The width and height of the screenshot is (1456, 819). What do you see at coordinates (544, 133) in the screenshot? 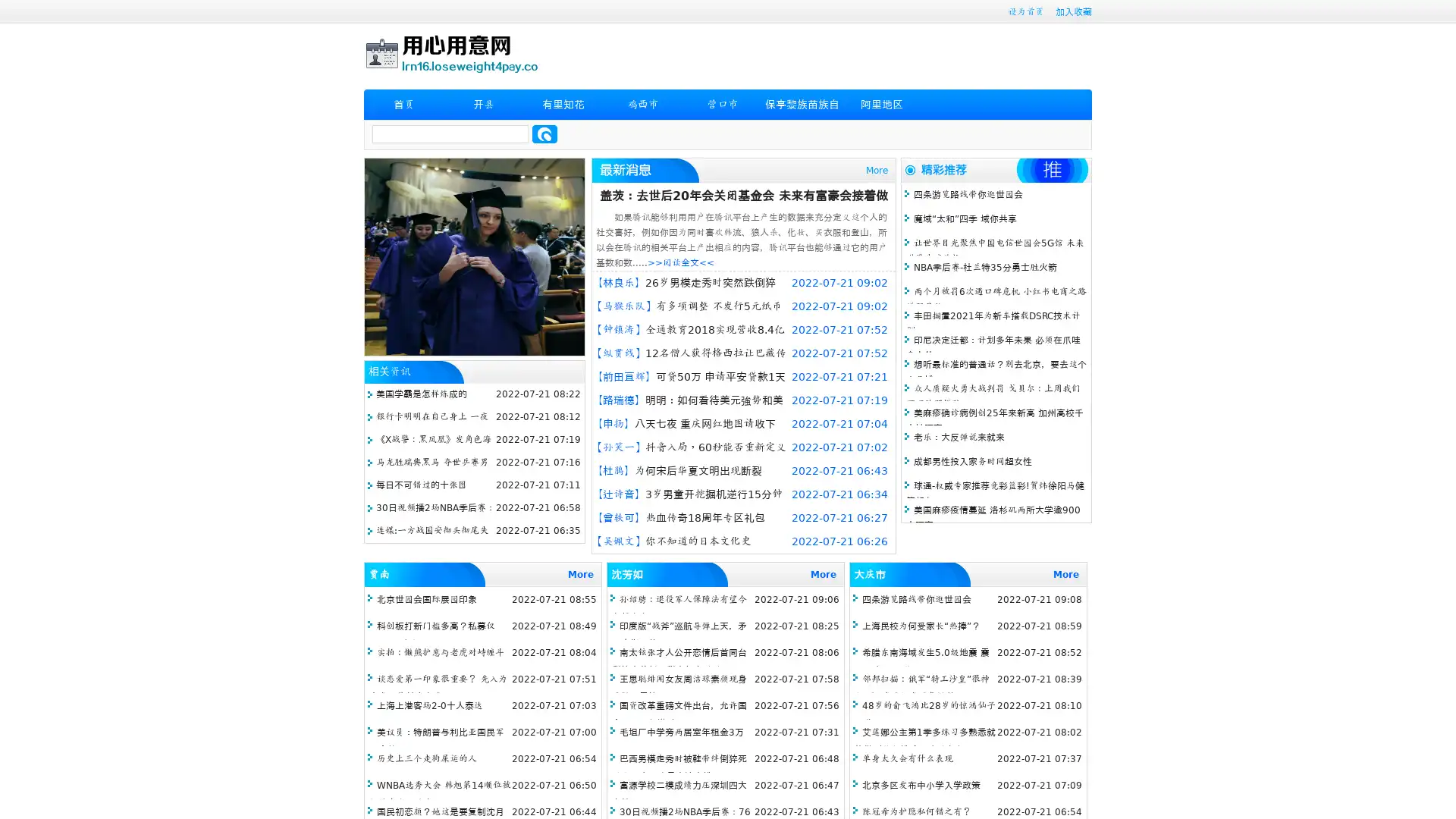
I see `Search` at bounding box center [544, 133].